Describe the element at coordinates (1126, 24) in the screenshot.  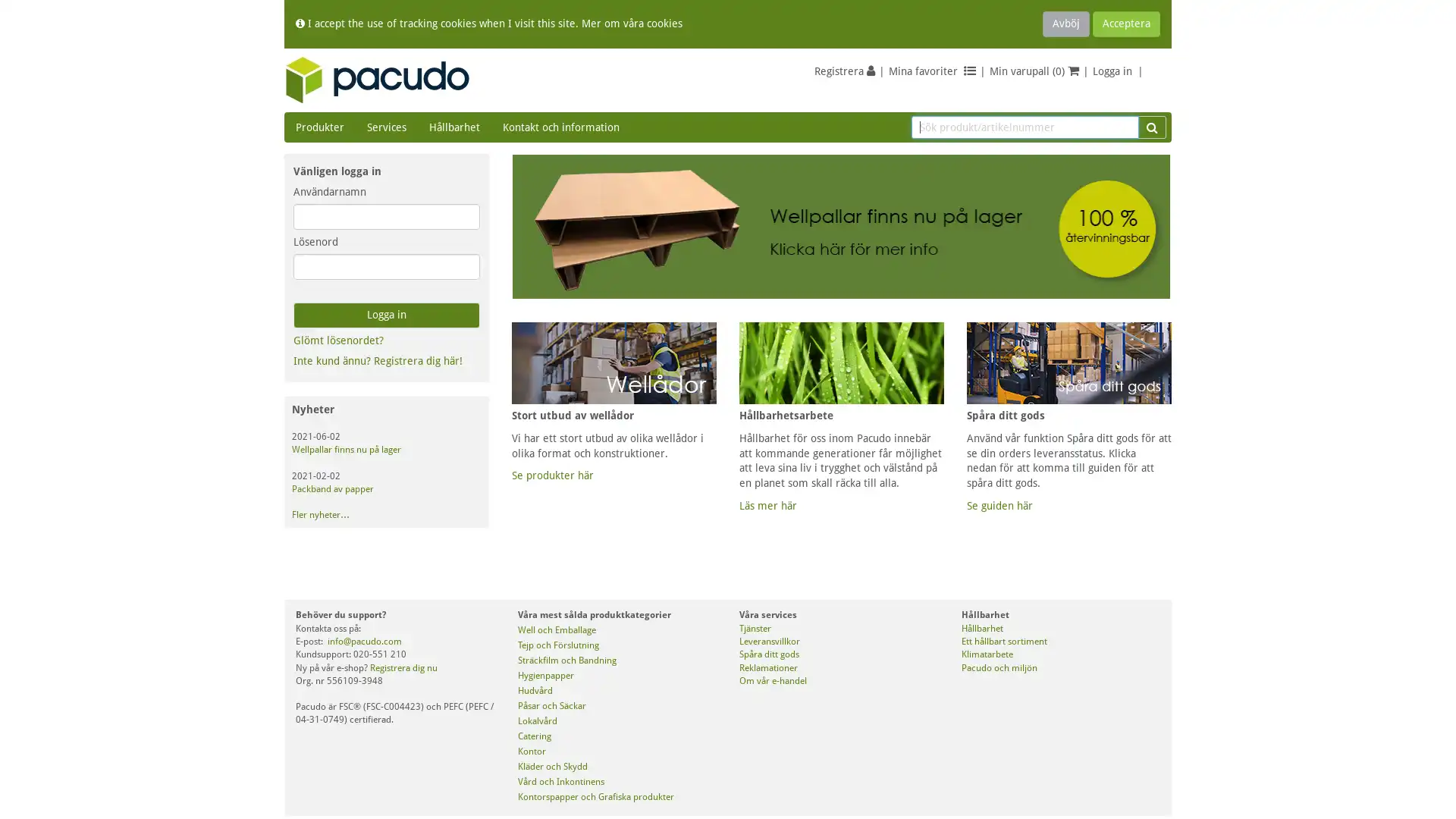
I see `Acceptera` at that location.